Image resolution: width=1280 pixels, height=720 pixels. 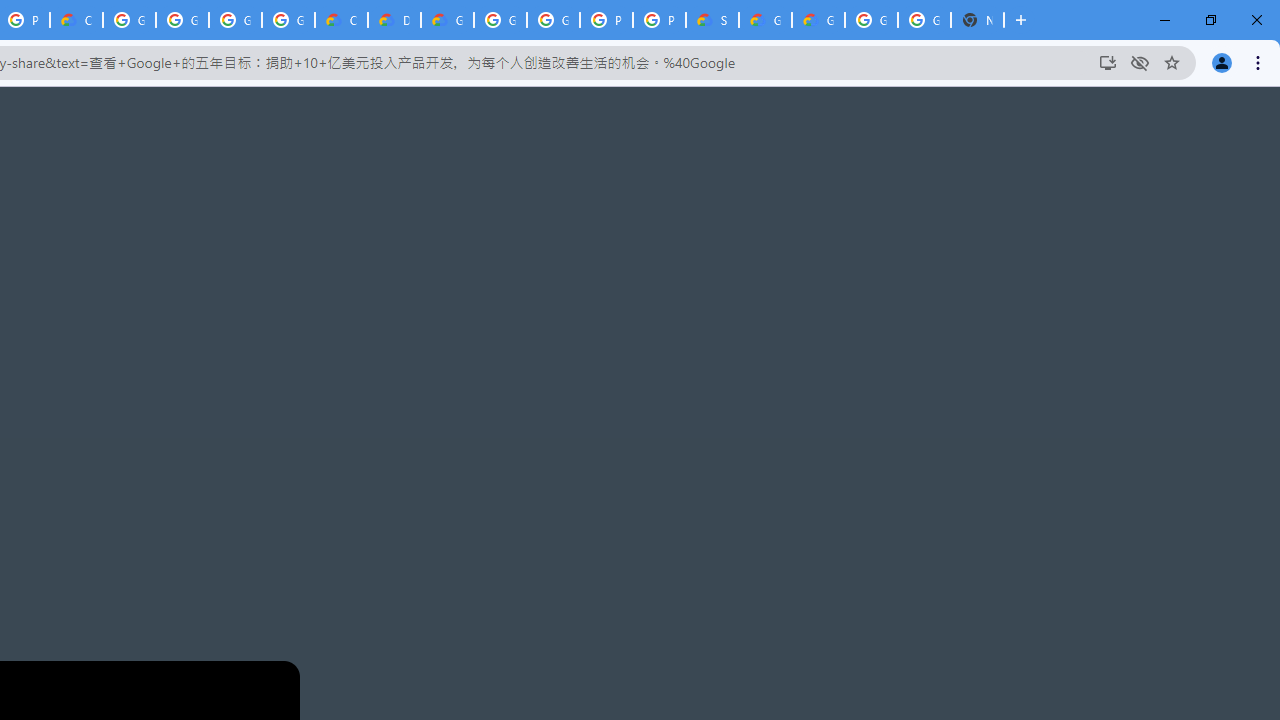 I want to click on 'Google Cloud Service Health', so click(x=764, y=20).